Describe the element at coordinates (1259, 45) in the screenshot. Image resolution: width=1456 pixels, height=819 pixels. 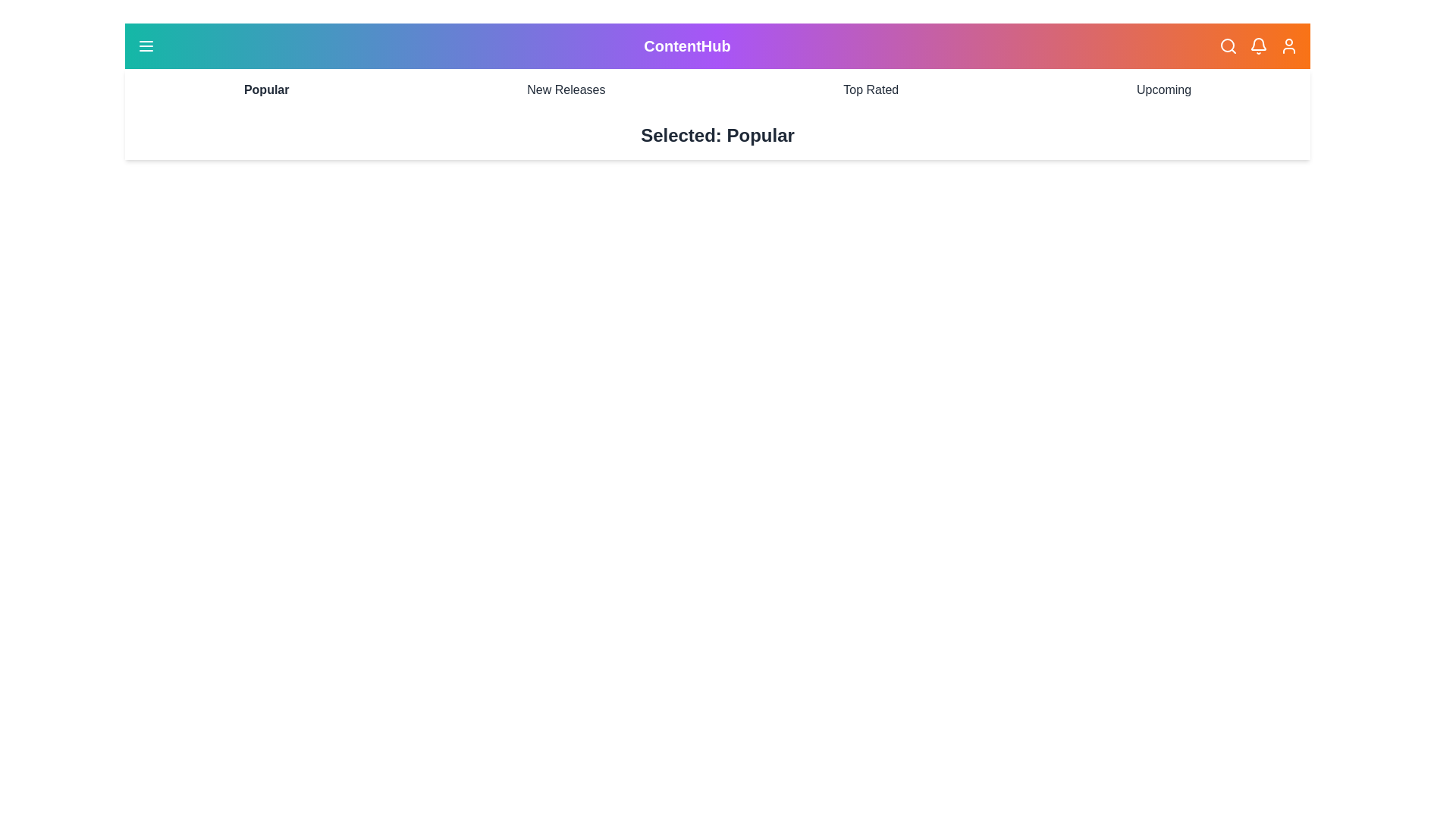
I see `the bell icon to check notifications` at that location.